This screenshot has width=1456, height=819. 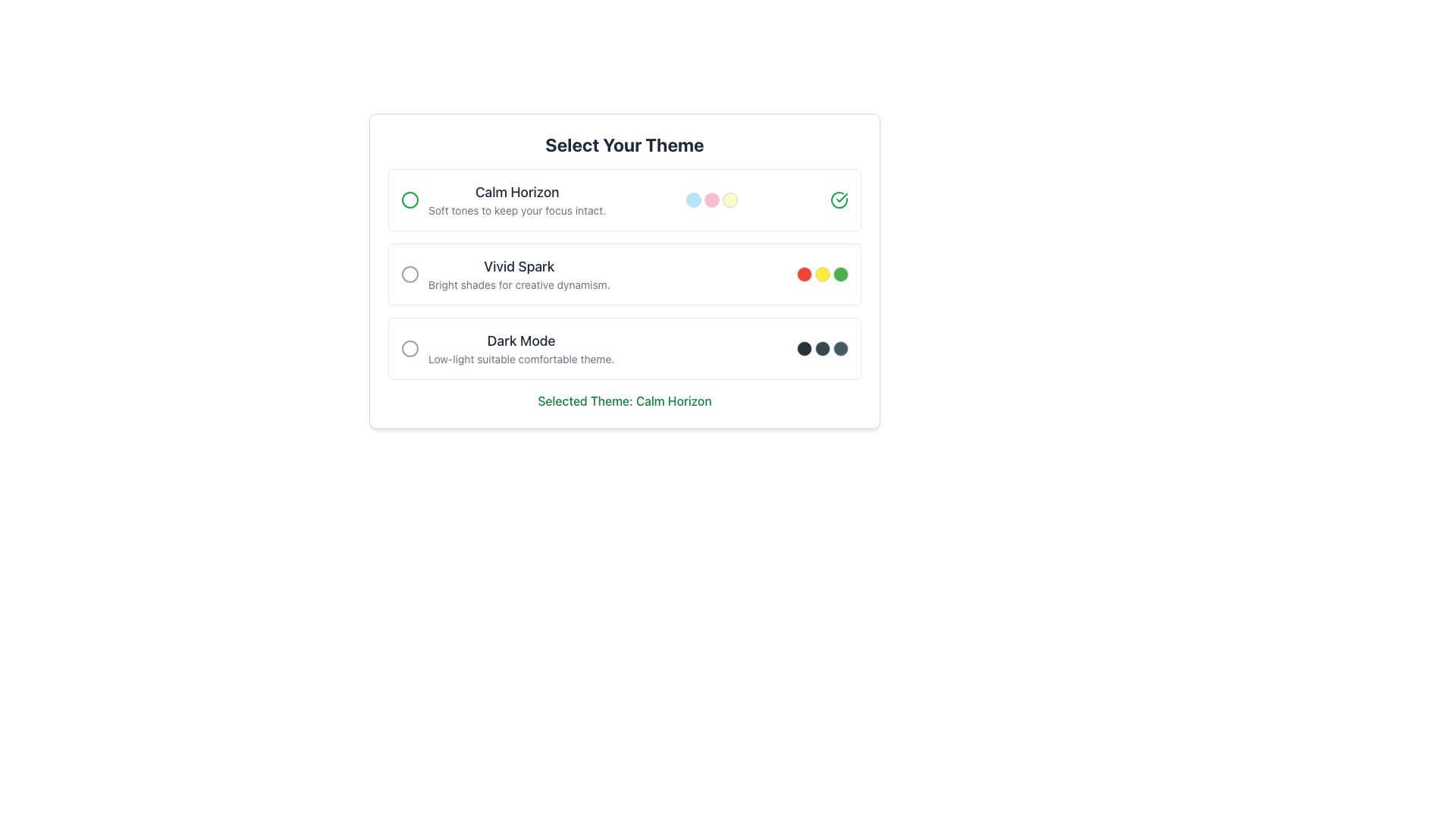 What do you see at coordinates (410, 199) in the screenshot?
I see `the green circular icon with a hollow center in the 'Calm Horizon' theme selection panel, positioned to the left of its text label` at bounding box center [410, 199].